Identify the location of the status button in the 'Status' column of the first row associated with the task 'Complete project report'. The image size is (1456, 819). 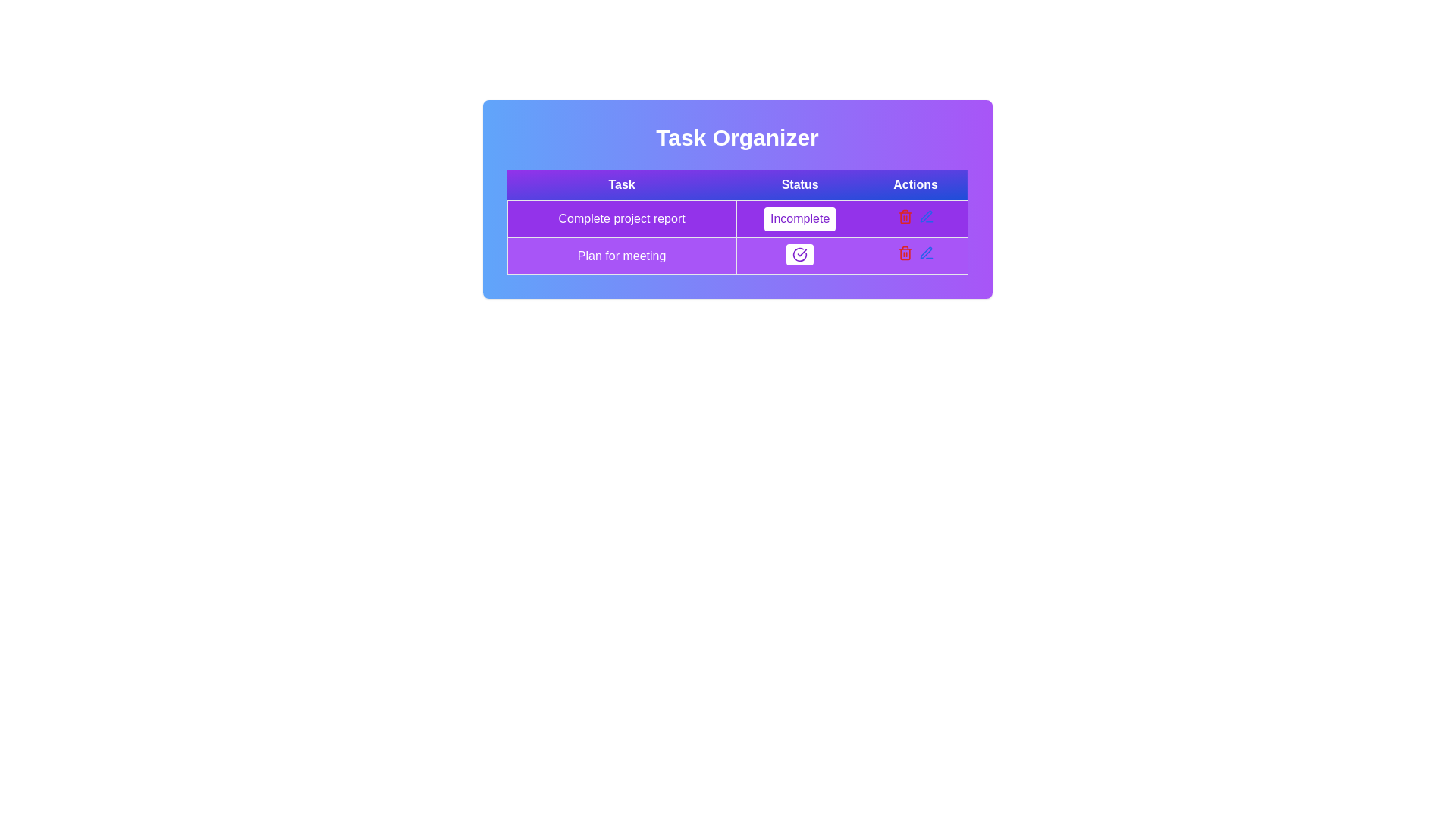
(799, 219).